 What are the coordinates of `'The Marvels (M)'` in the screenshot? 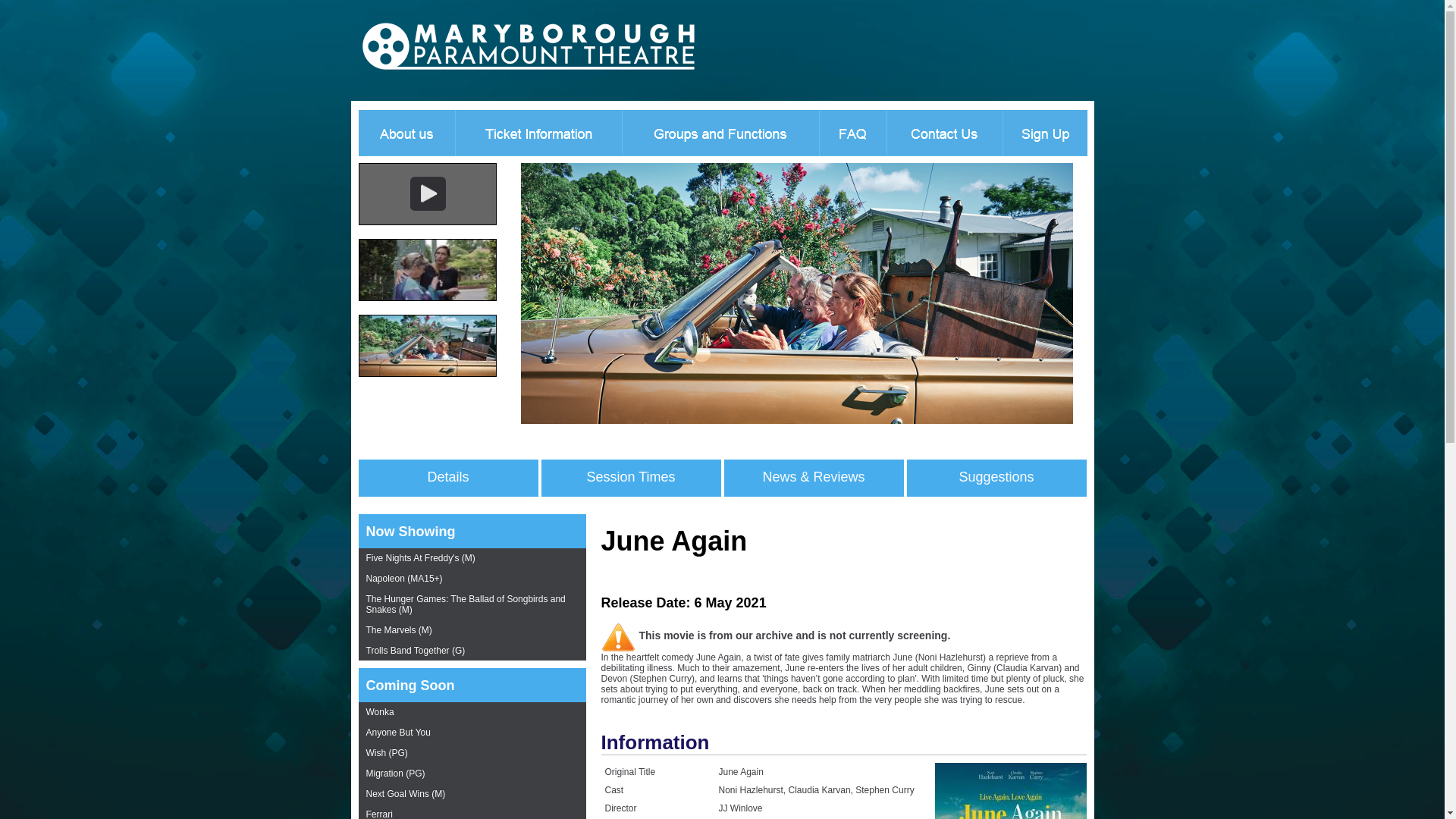 It's located at (471, 630).